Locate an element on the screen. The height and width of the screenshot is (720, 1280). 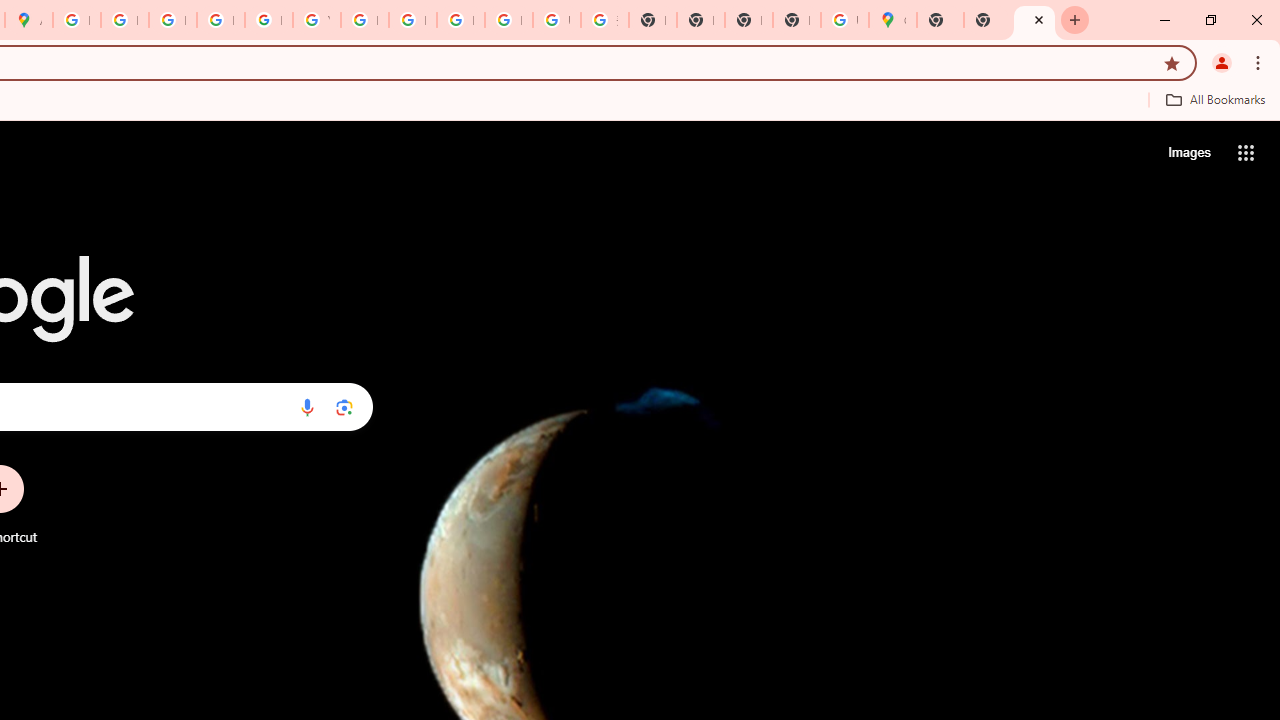
'New Tab' is located at coordinates (987, 20).